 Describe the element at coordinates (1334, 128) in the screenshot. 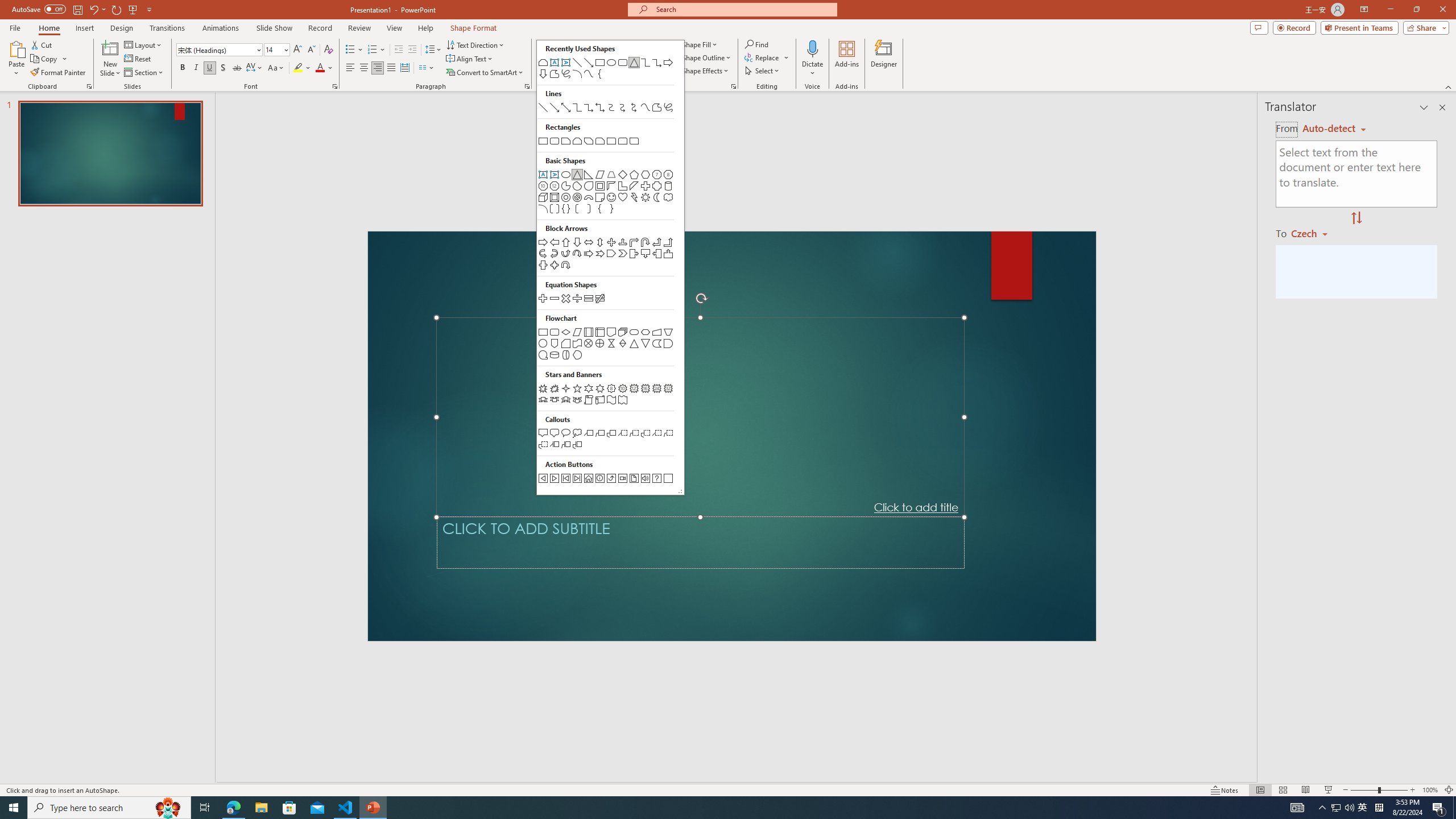

I see `'Auto-detect'` at that location.